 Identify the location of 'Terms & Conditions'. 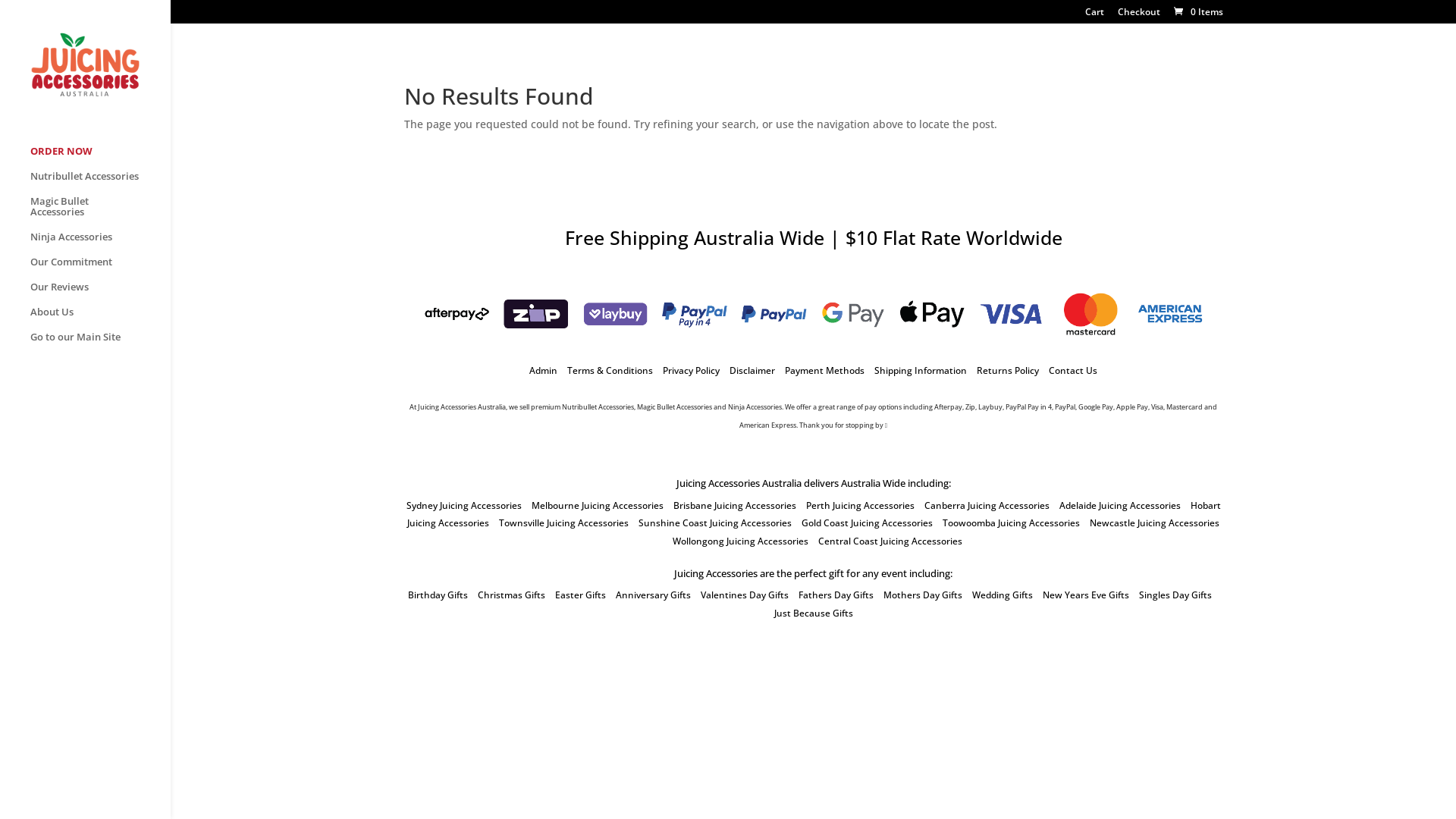
(566, 370).